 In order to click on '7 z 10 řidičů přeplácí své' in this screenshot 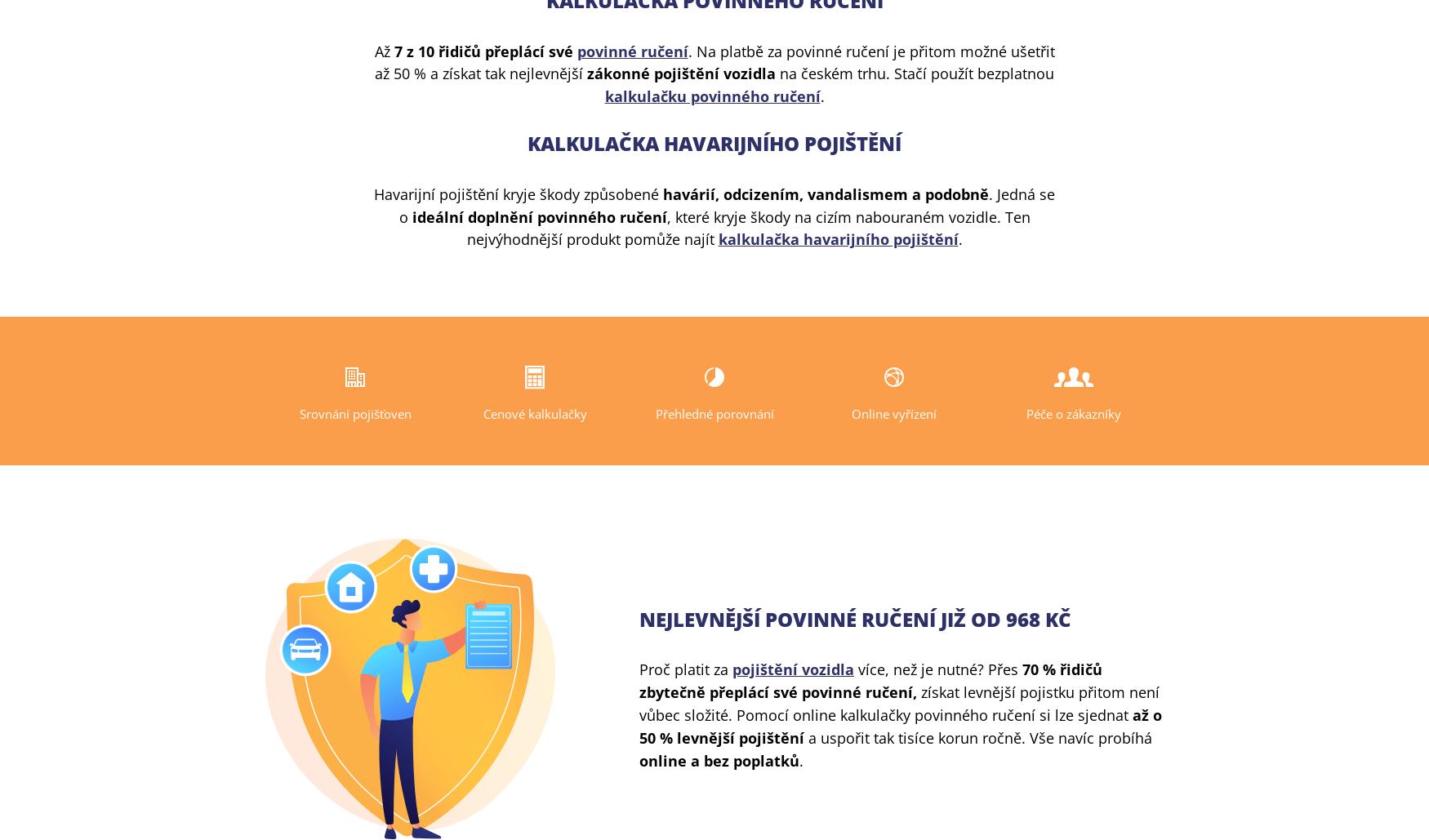, I will do `click(484, 51)`.